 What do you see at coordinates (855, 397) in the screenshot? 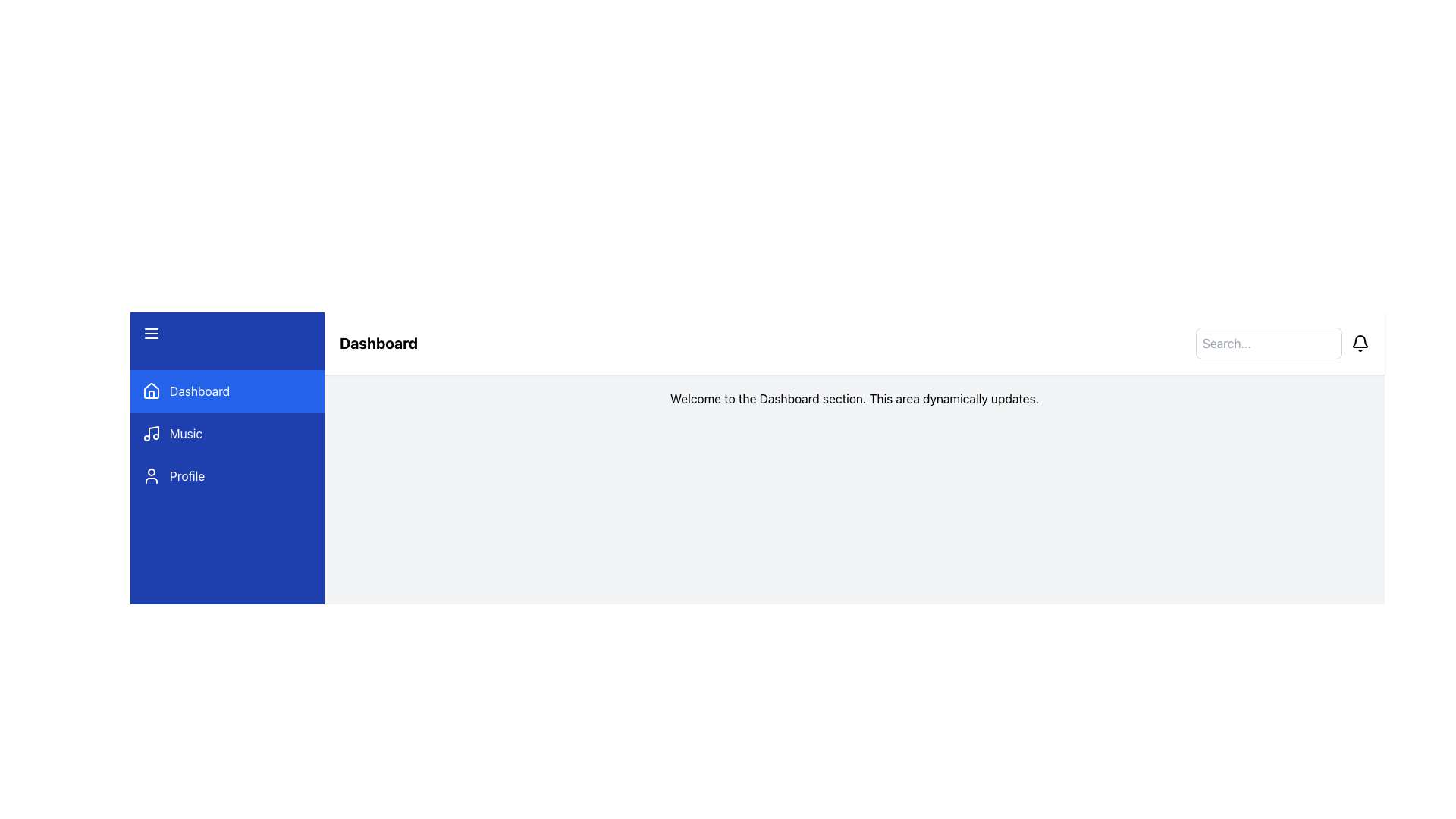
I see `the introductory Static Text element that provides context for the dashboard section of the application, located near the top of the main content area` at bounding box center [855, 397].